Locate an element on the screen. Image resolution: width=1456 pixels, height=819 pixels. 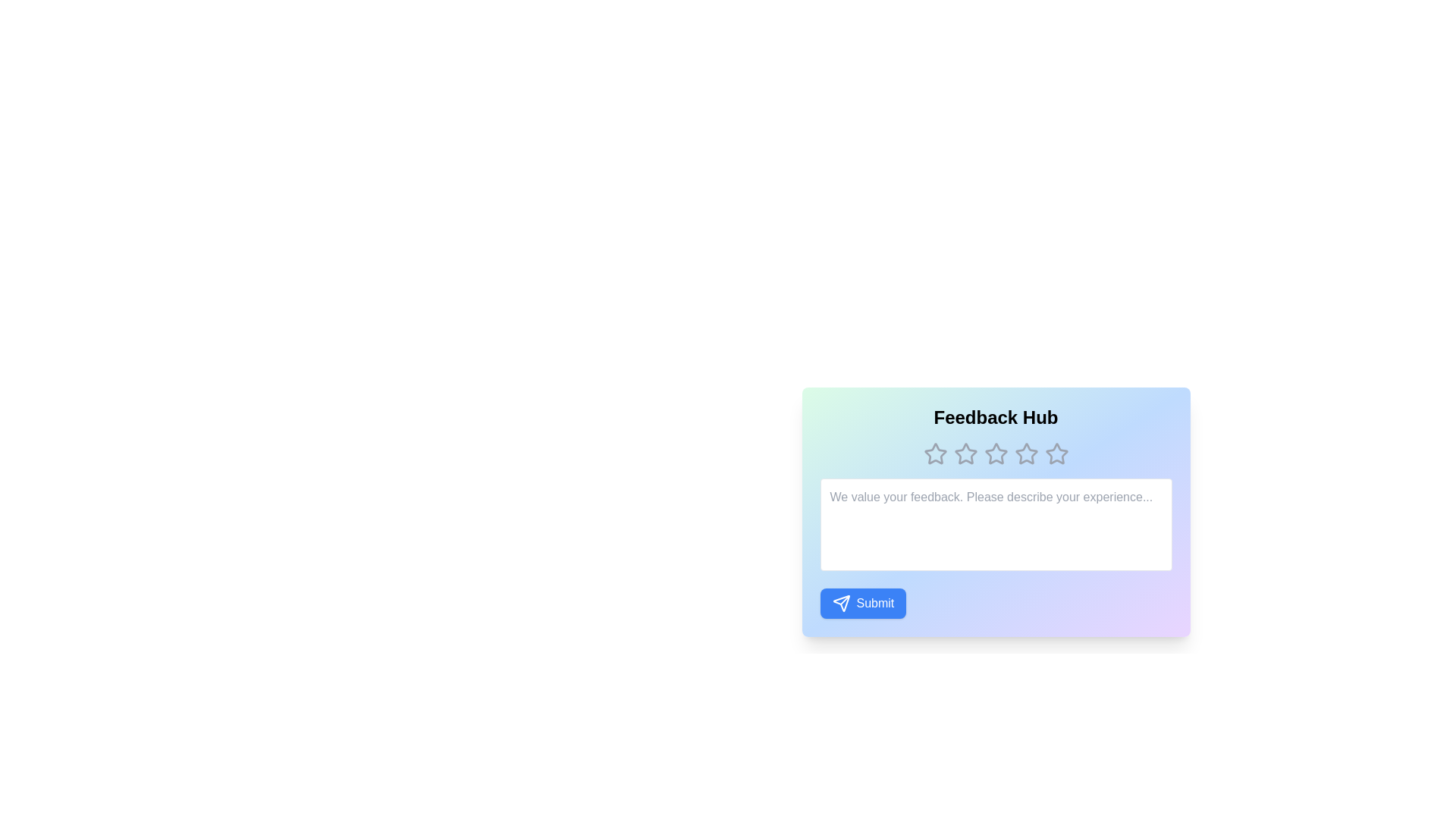
the star corresponding to the rating 2 is located at coordinates (965, 453).